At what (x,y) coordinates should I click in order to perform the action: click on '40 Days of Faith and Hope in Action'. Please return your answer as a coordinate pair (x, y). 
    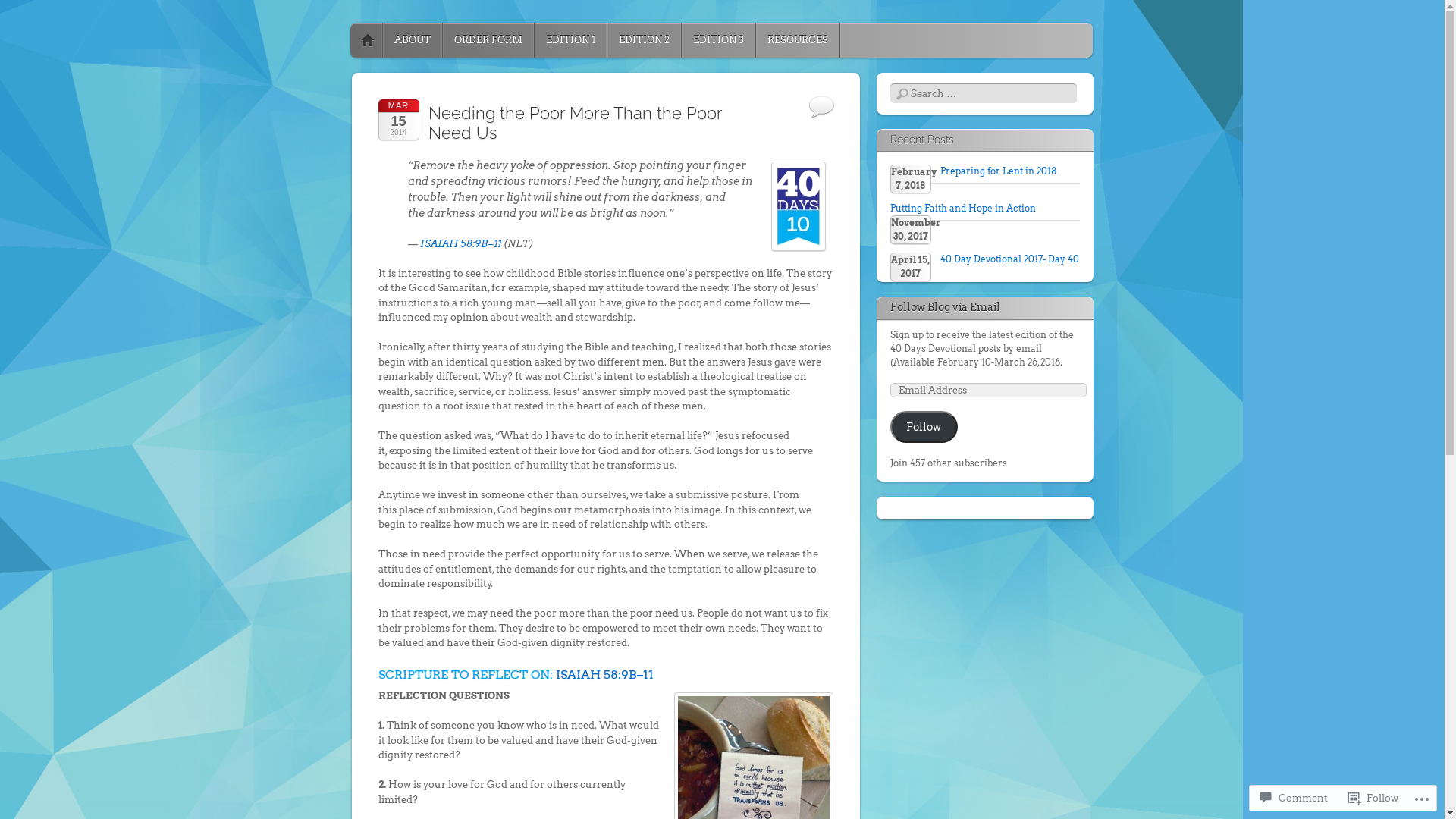
    Looking at the image, I should click on (502, 34).